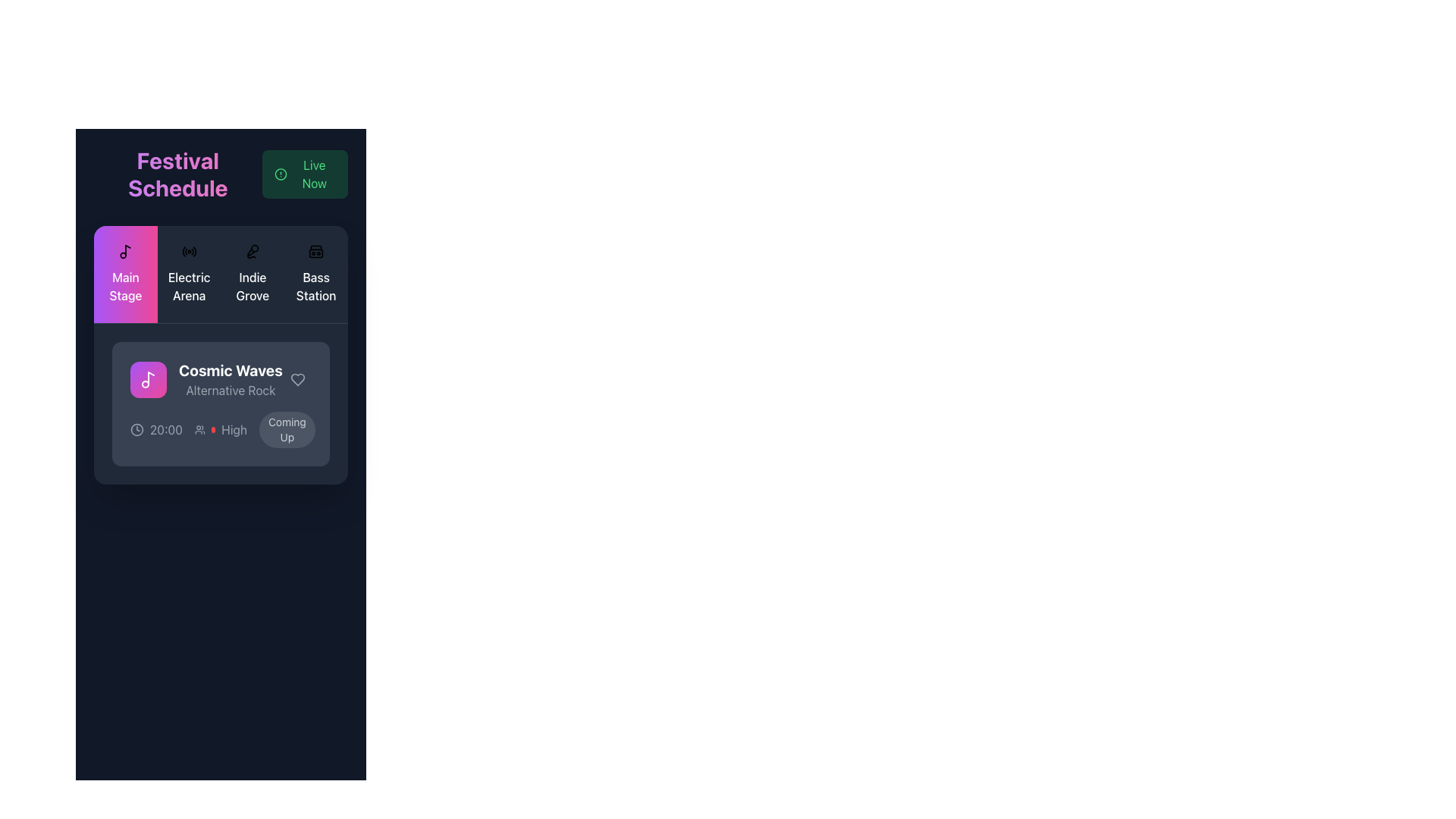  I want to click on the label displaying the time '20:00', which is styled in a moderate gray color and positioned to the right of the clock icon in the information row, so click(166, 430).